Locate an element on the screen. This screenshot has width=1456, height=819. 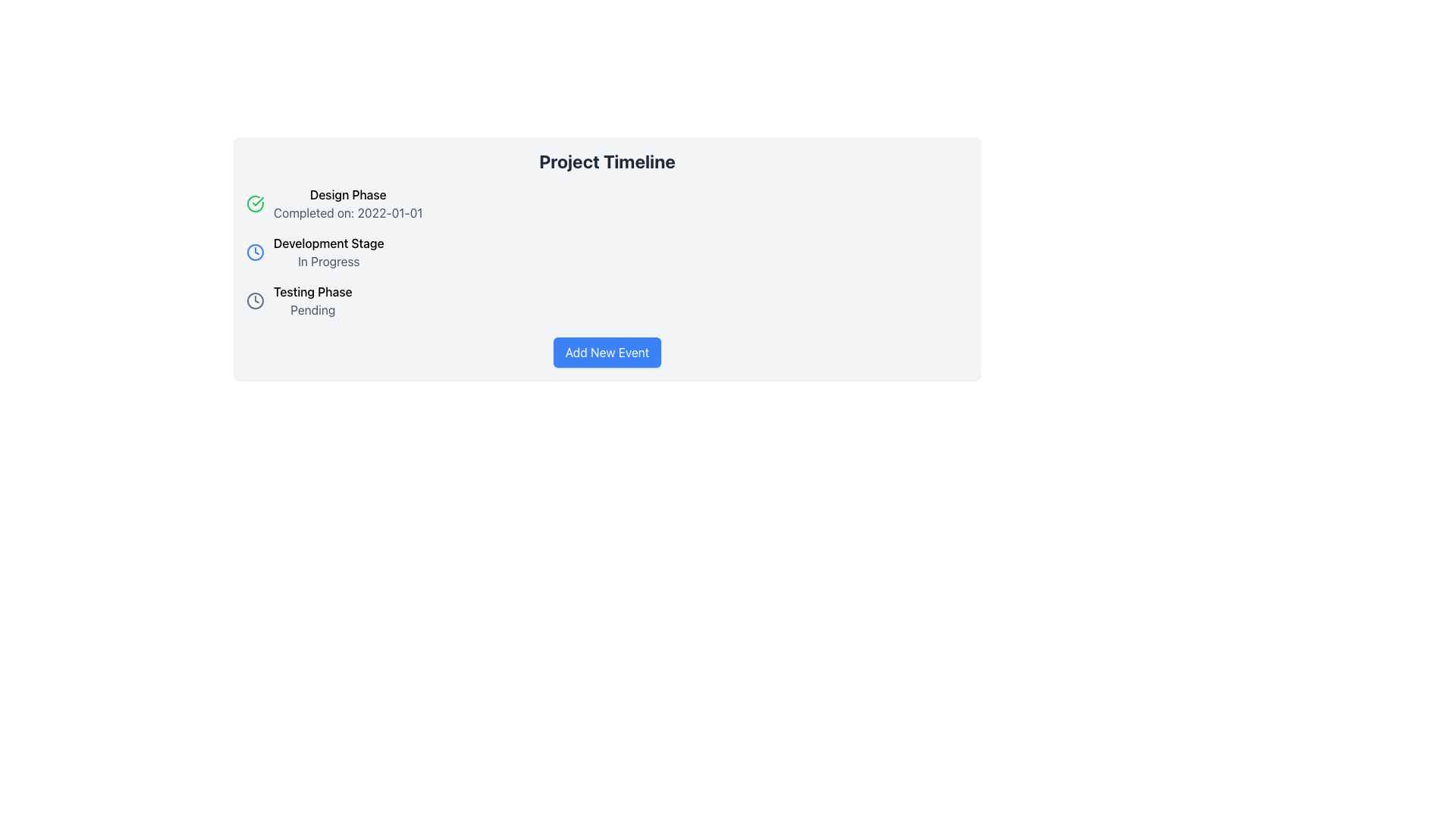
the 'Add New Event' button, which is a blue rectangular button with white text located at the bottom center of the 'Project Timeline' section is located at coordinates (607, 353).